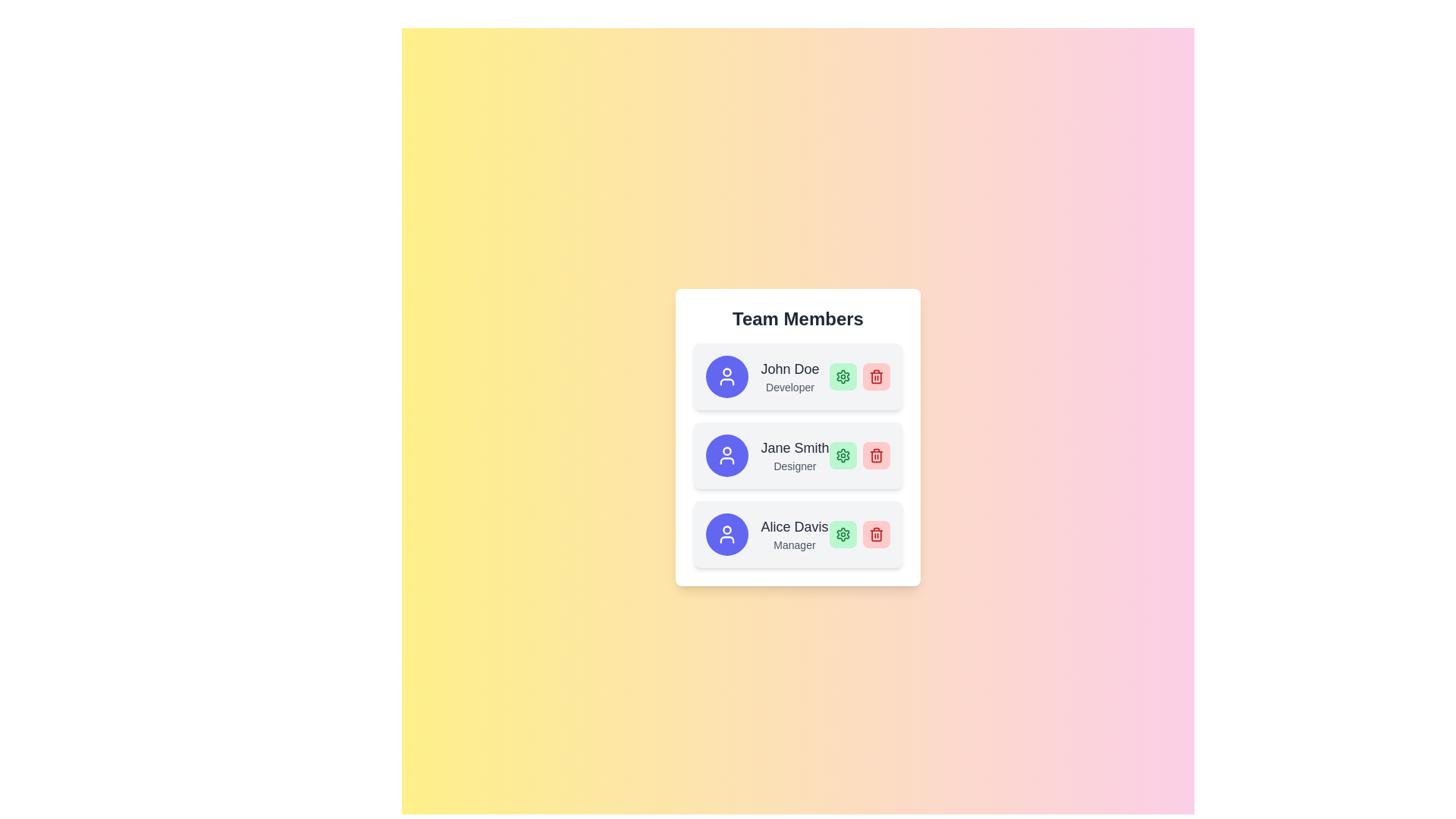  Describe the element at coordinates (793, 544) in the screenshot. I see `'Manager' text label located below the name 'Alice Davis' in the user information card for team member Alice Davis to understand the role` at that location.